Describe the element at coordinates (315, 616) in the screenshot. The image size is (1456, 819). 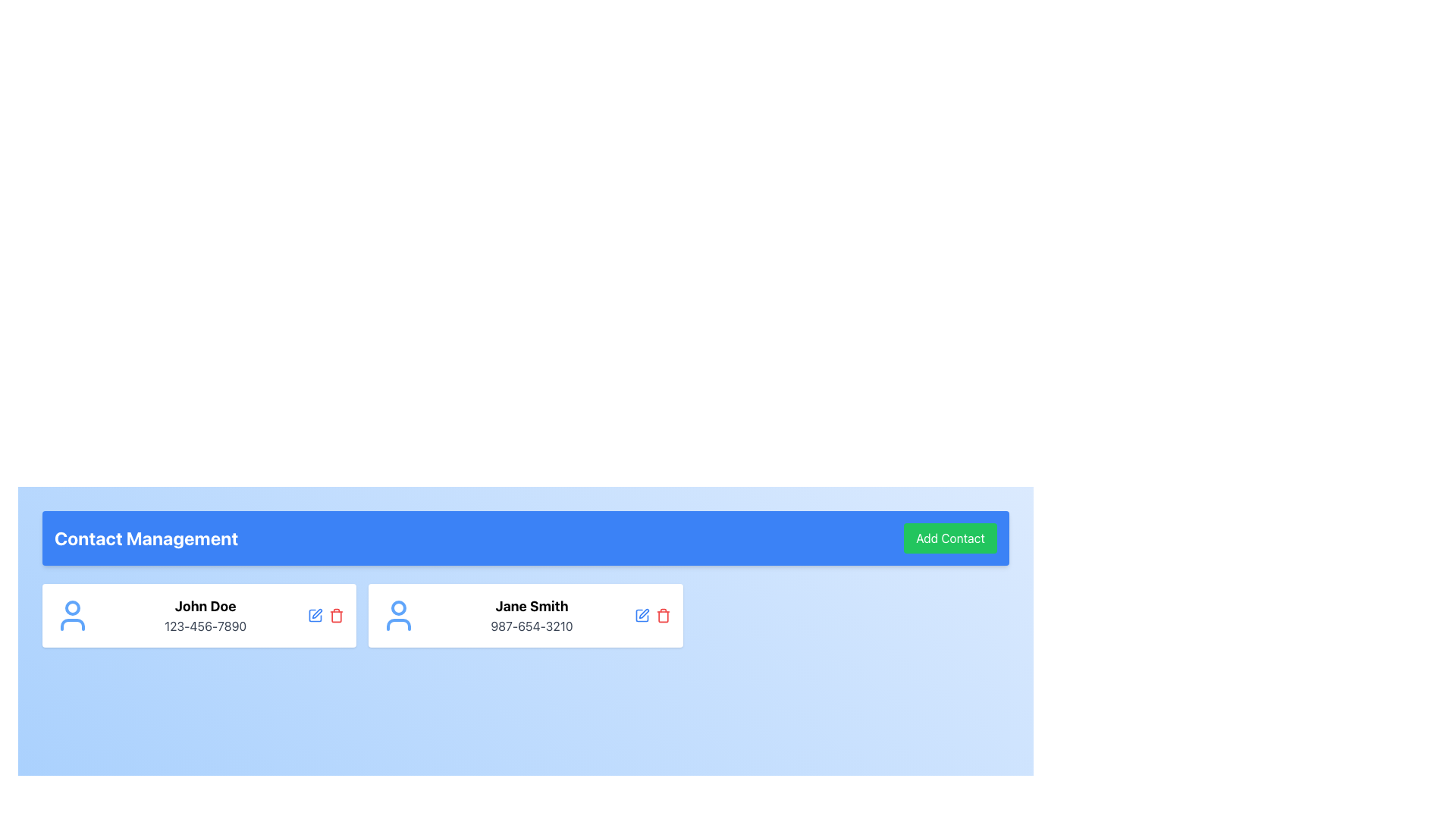
I see `the 'Edit' button located within the contact card for 'John Doe' to initiate editing` at that location.